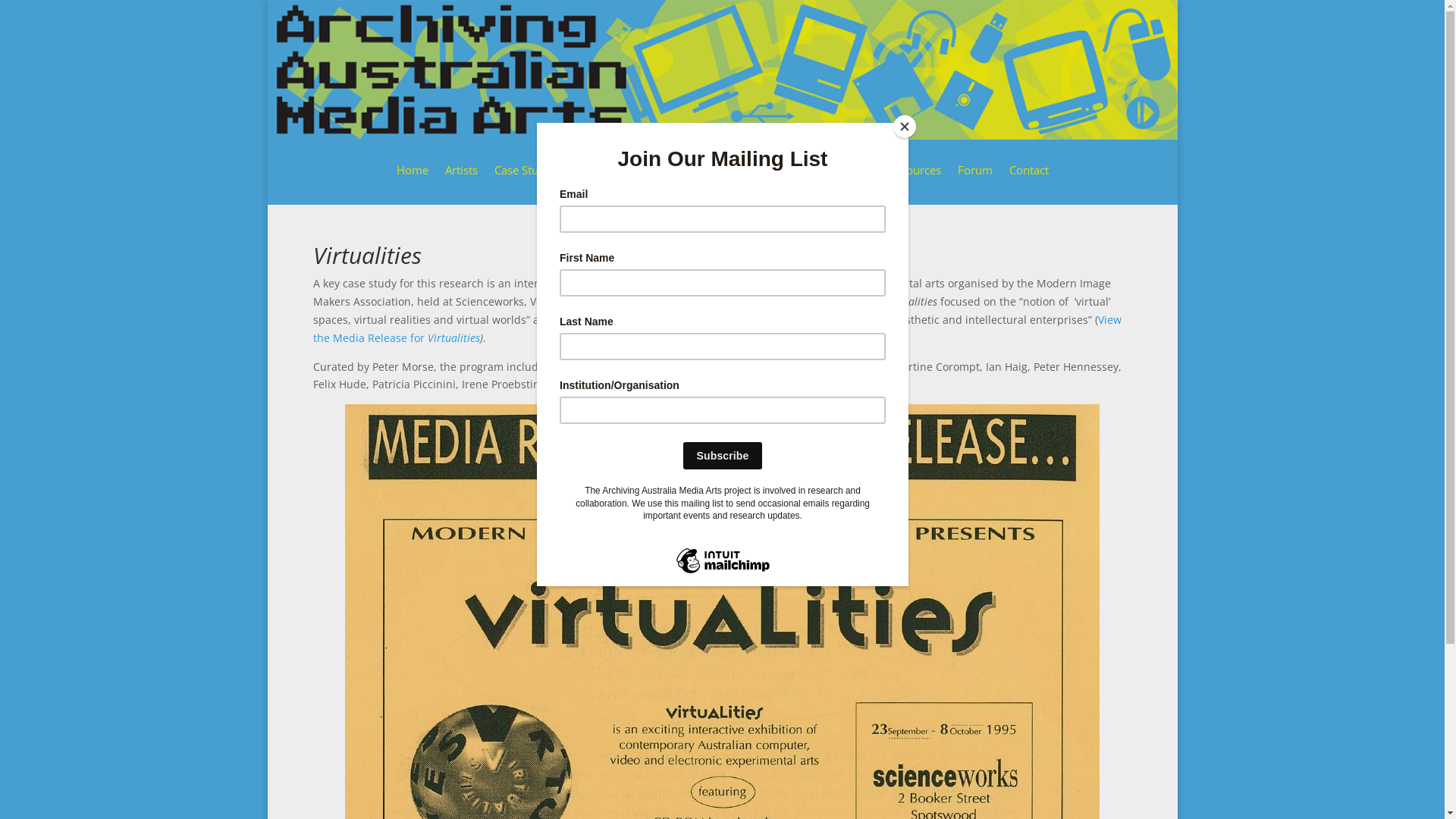 This screenshot has height=819, width=1456. I want to click on 'Contact', so click(1008, 180).